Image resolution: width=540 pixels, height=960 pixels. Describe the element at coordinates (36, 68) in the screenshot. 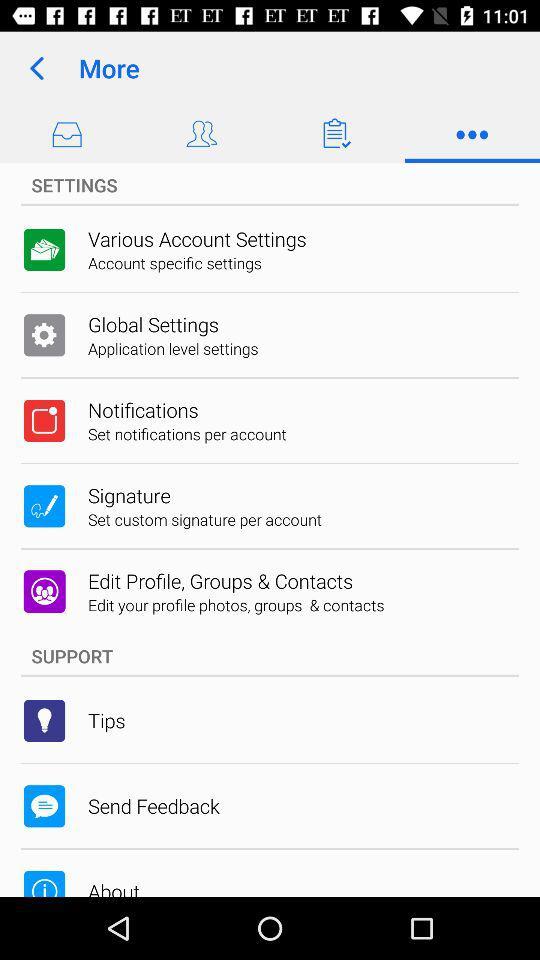

I see `the icon to the left of the more app` at that location.